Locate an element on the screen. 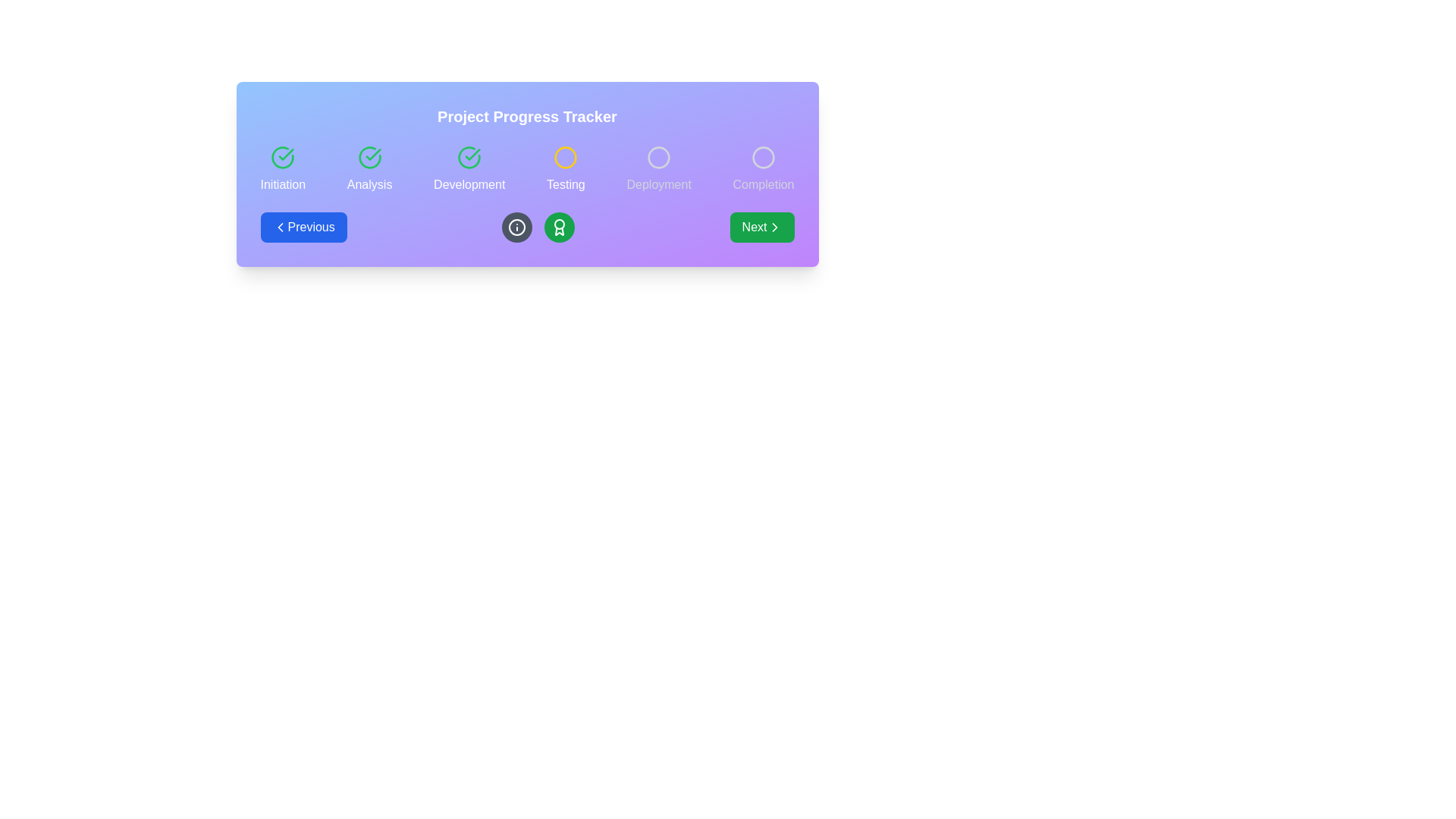  the fifth circular marker in the progress tracker interface, which is a circular shape with a distinct outline located on the far right of the sequence adjacent to the 'Completion' label is located at coordinates (764, 158).